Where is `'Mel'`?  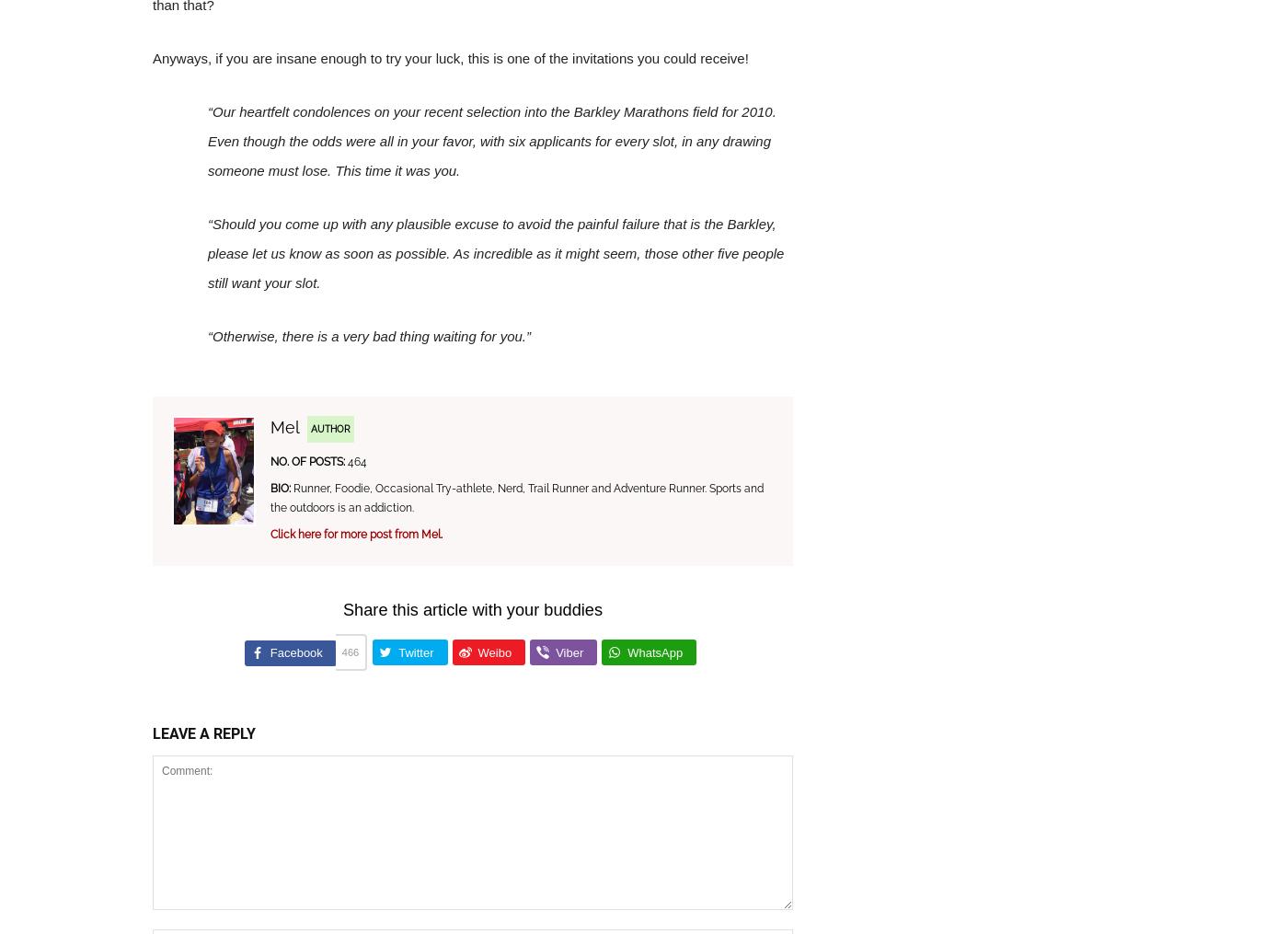 'Mel' is located at coordinates (284, 426).